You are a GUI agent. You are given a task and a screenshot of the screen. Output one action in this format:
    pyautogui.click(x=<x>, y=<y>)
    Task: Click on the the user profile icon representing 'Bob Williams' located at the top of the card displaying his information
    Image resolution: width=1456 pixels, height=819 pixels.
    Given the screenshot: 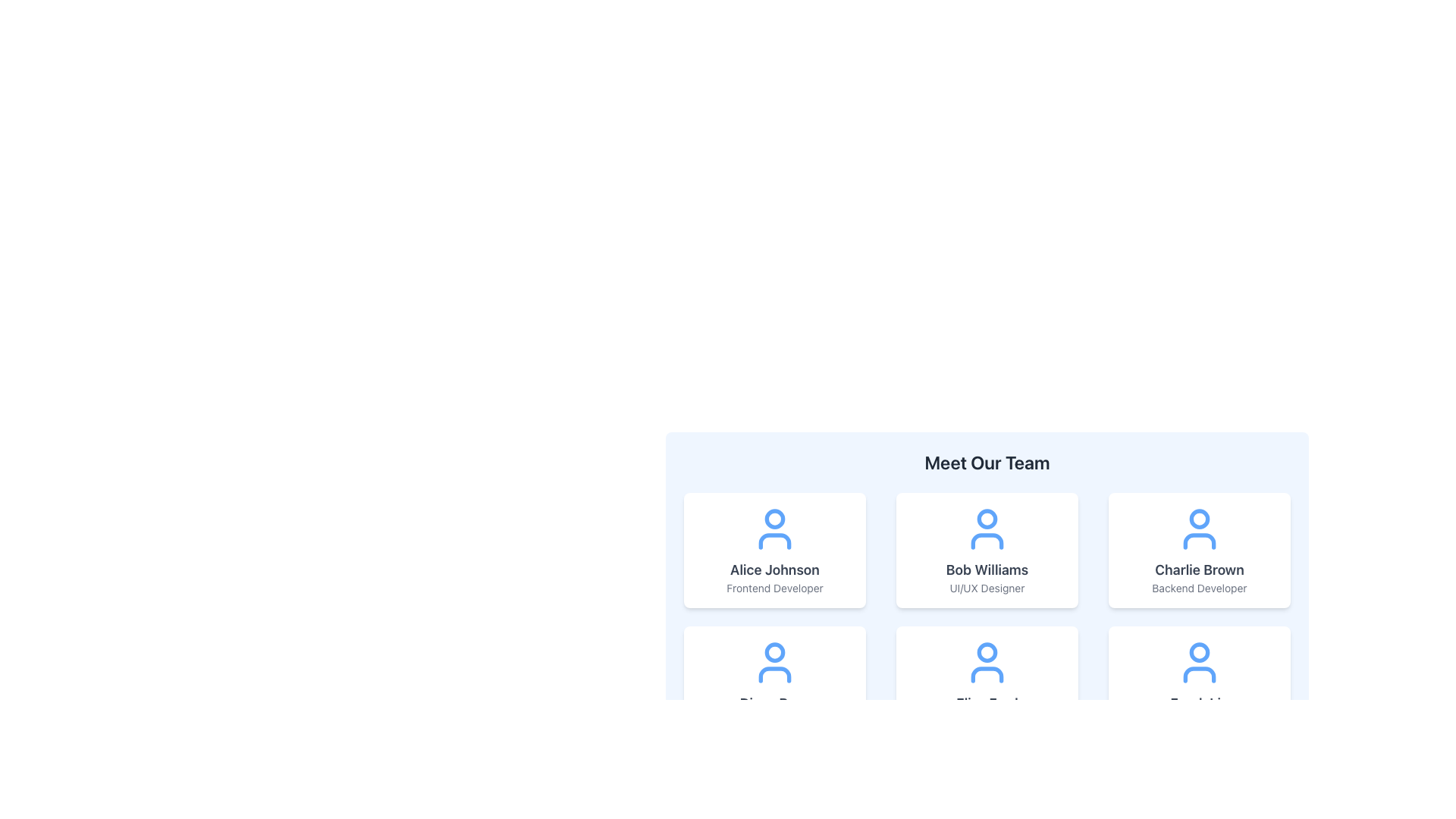 What is the action you would take?
    pyautogui.click(x=987, y=529)
    